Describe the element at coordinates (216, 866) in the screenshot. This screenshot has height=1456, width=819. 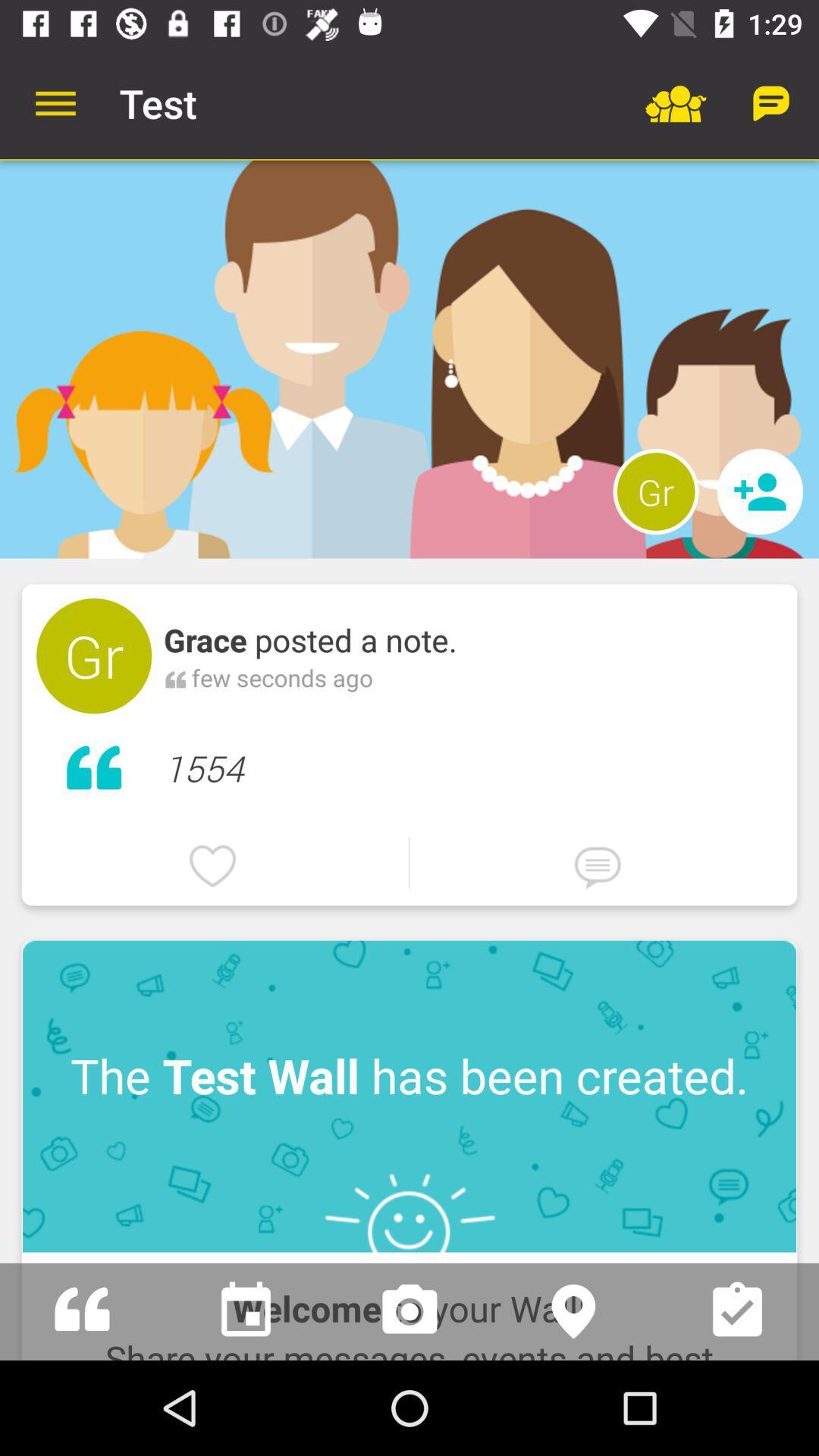
I see `the icon below 1554` at that location.